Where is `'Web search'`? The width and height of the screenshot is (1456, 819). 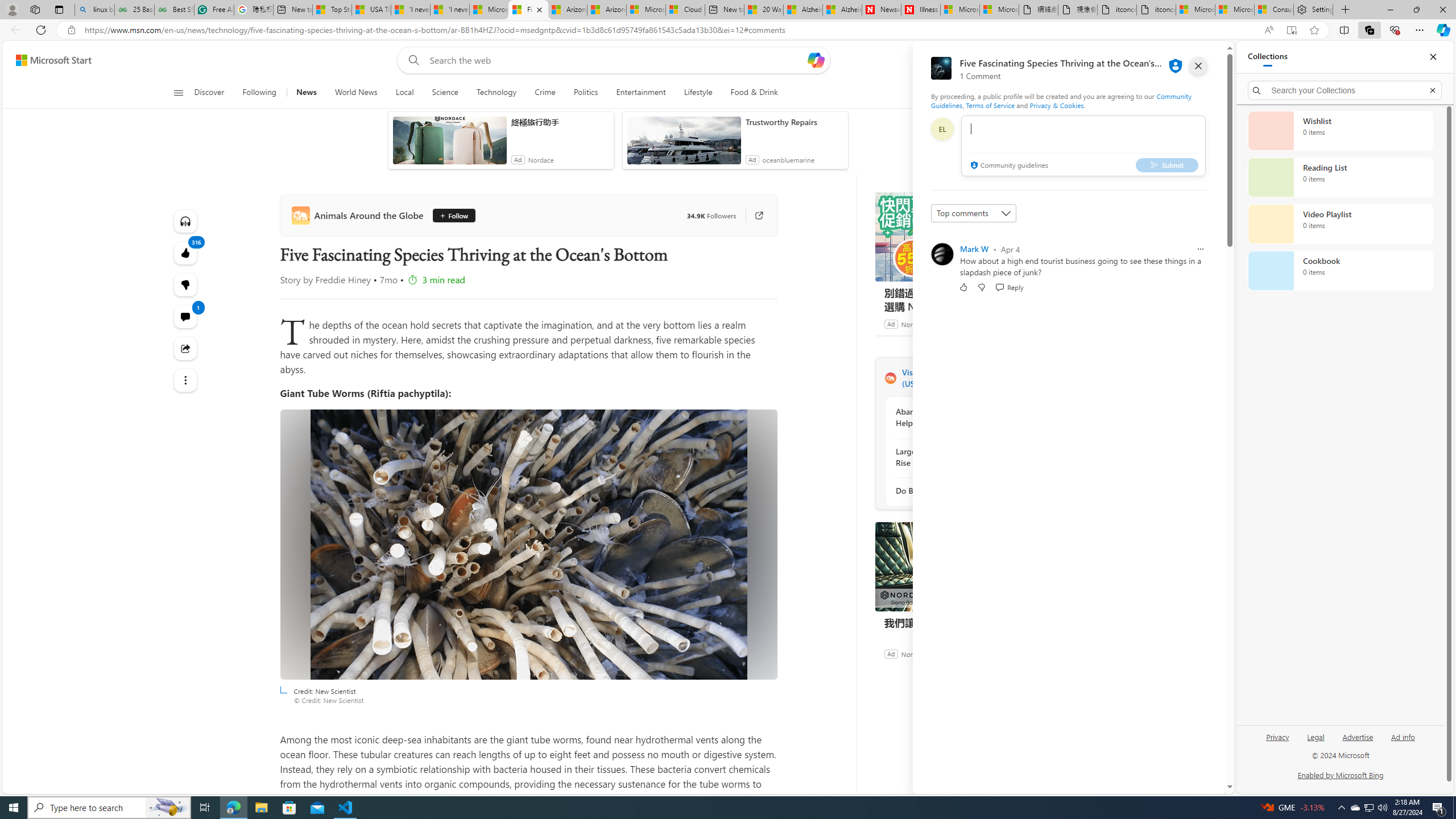 'Web search' is located at coordinates (411, 60).